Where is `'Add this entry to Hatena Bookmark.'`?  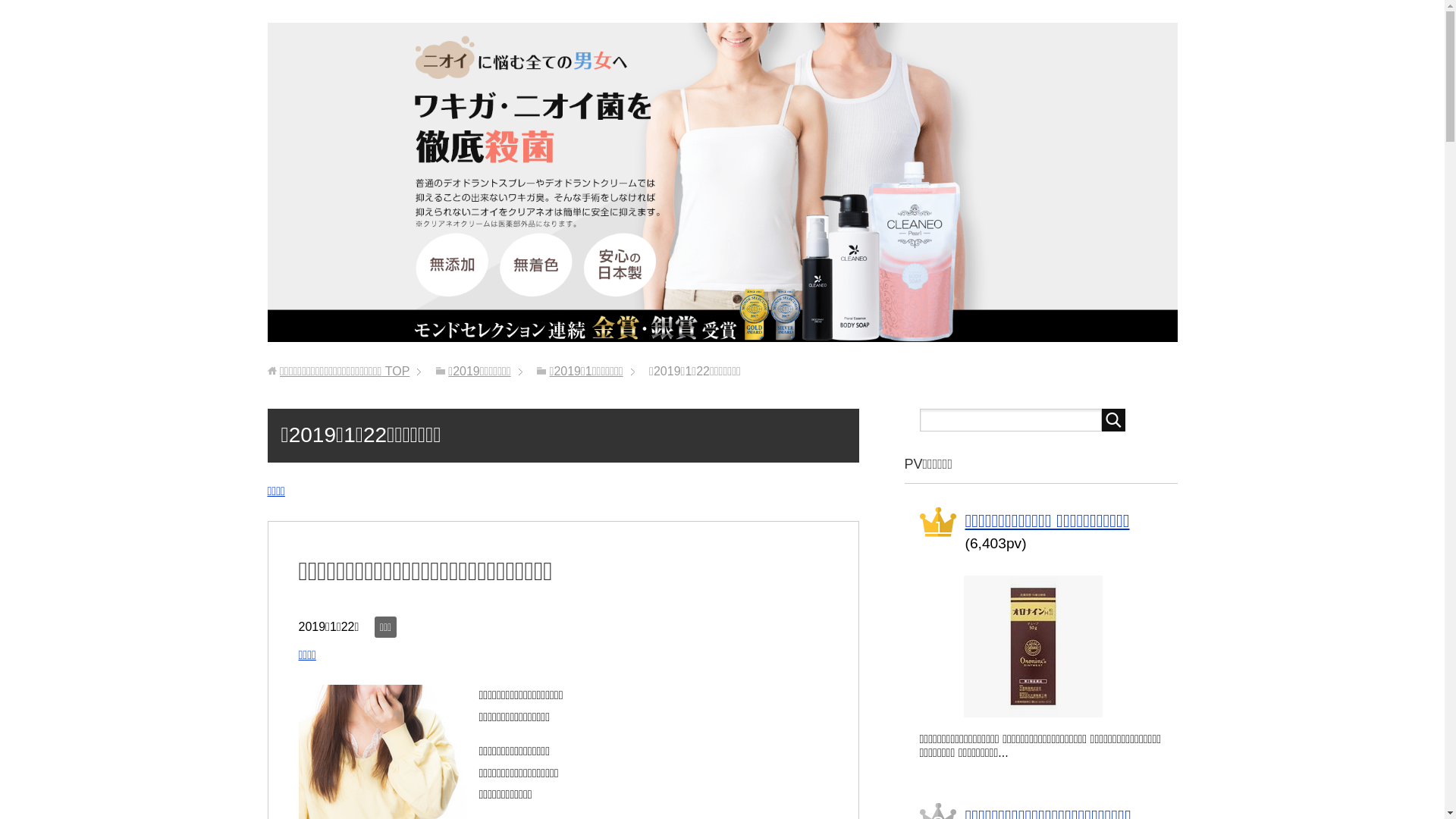
'Add this entry to Hatena Bookmark.' is located at coordinates (317, 493).